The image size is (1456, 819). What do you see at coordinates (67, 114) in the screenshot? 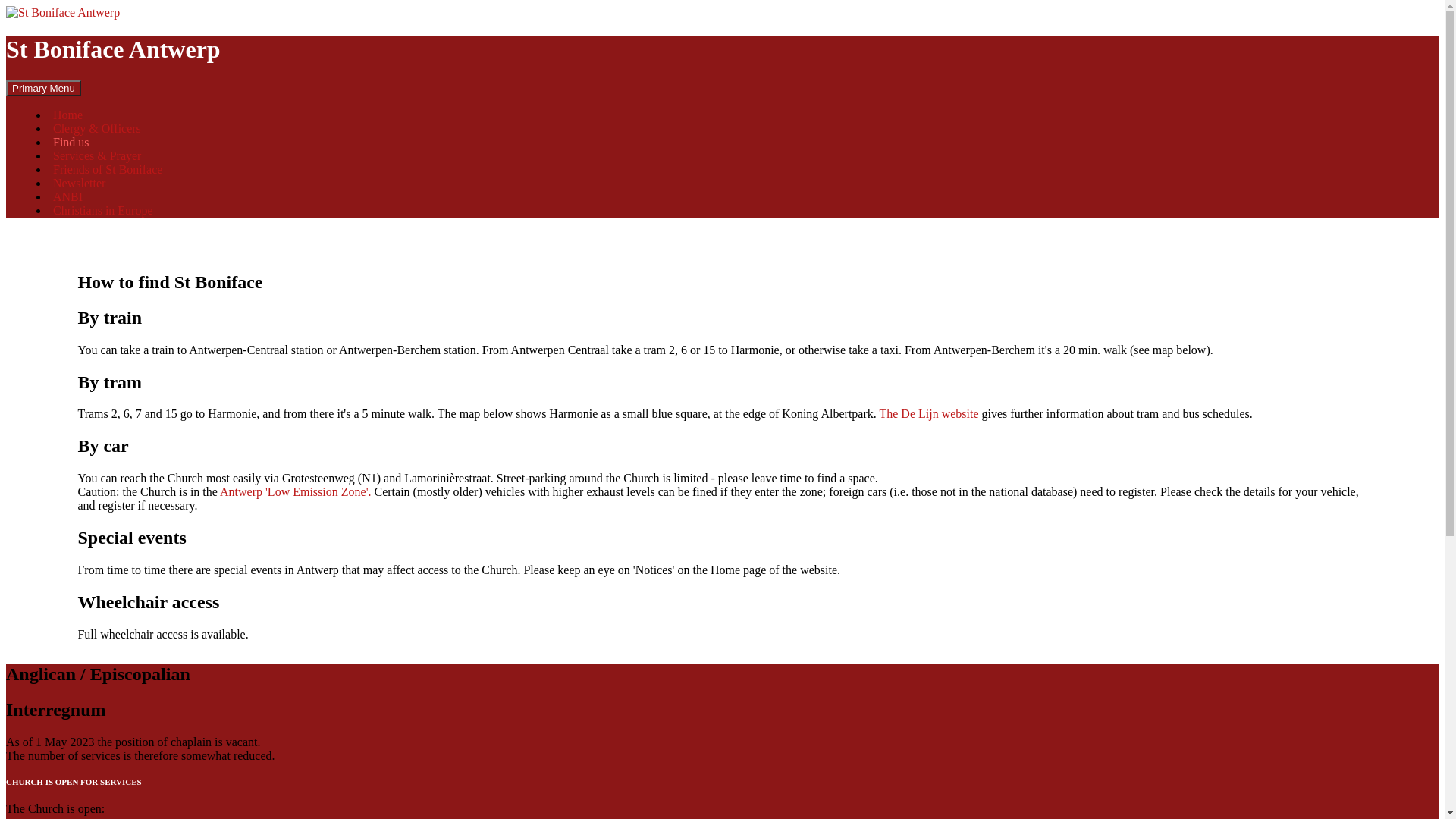
I see `'Home'` at bounding box center [67, 114].